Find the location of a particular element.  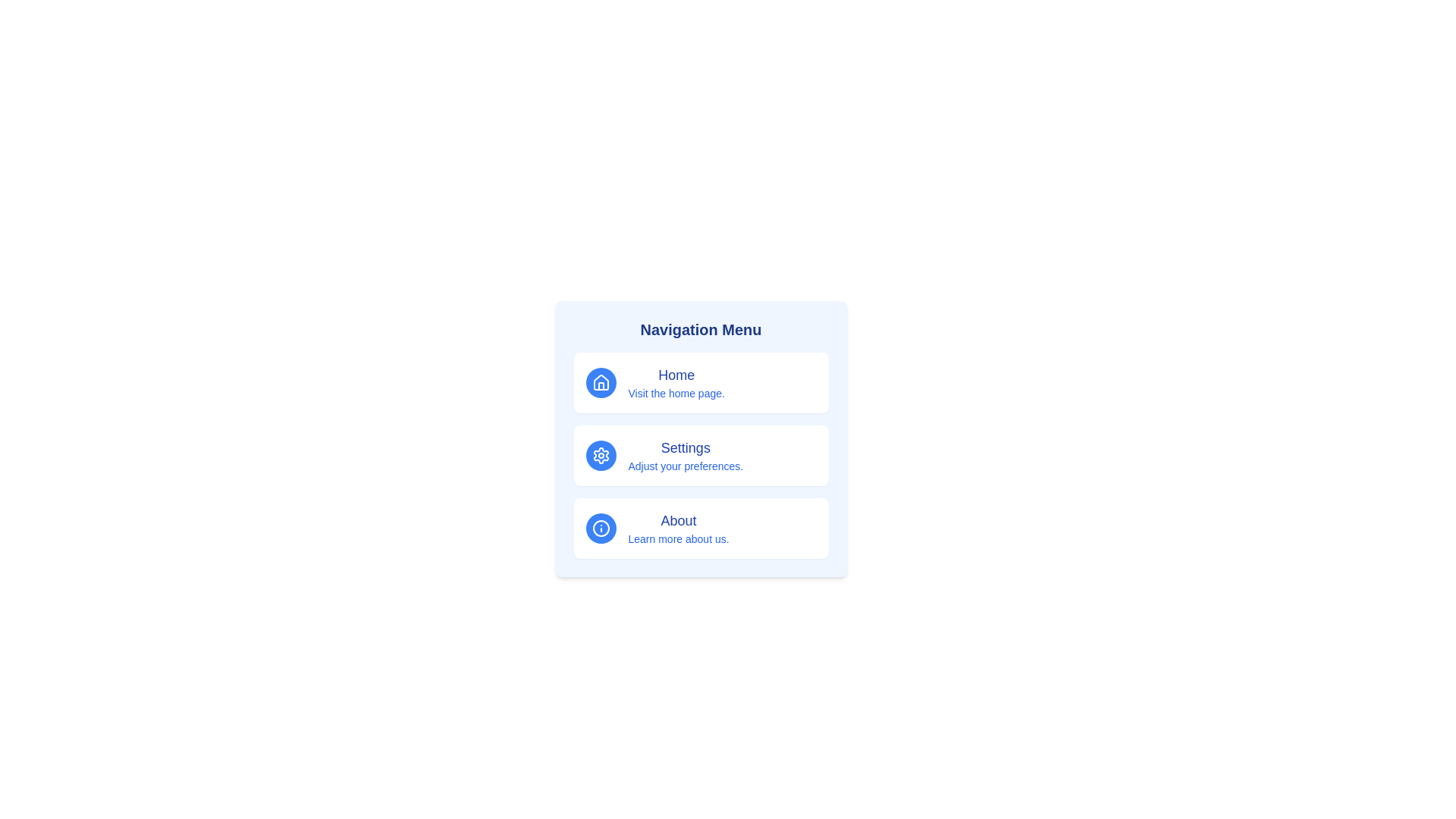

the settings icon button located to the left of the 'Settings' text and 'Adjust your preferences.' subtitle is located at coordinates (600, 455).